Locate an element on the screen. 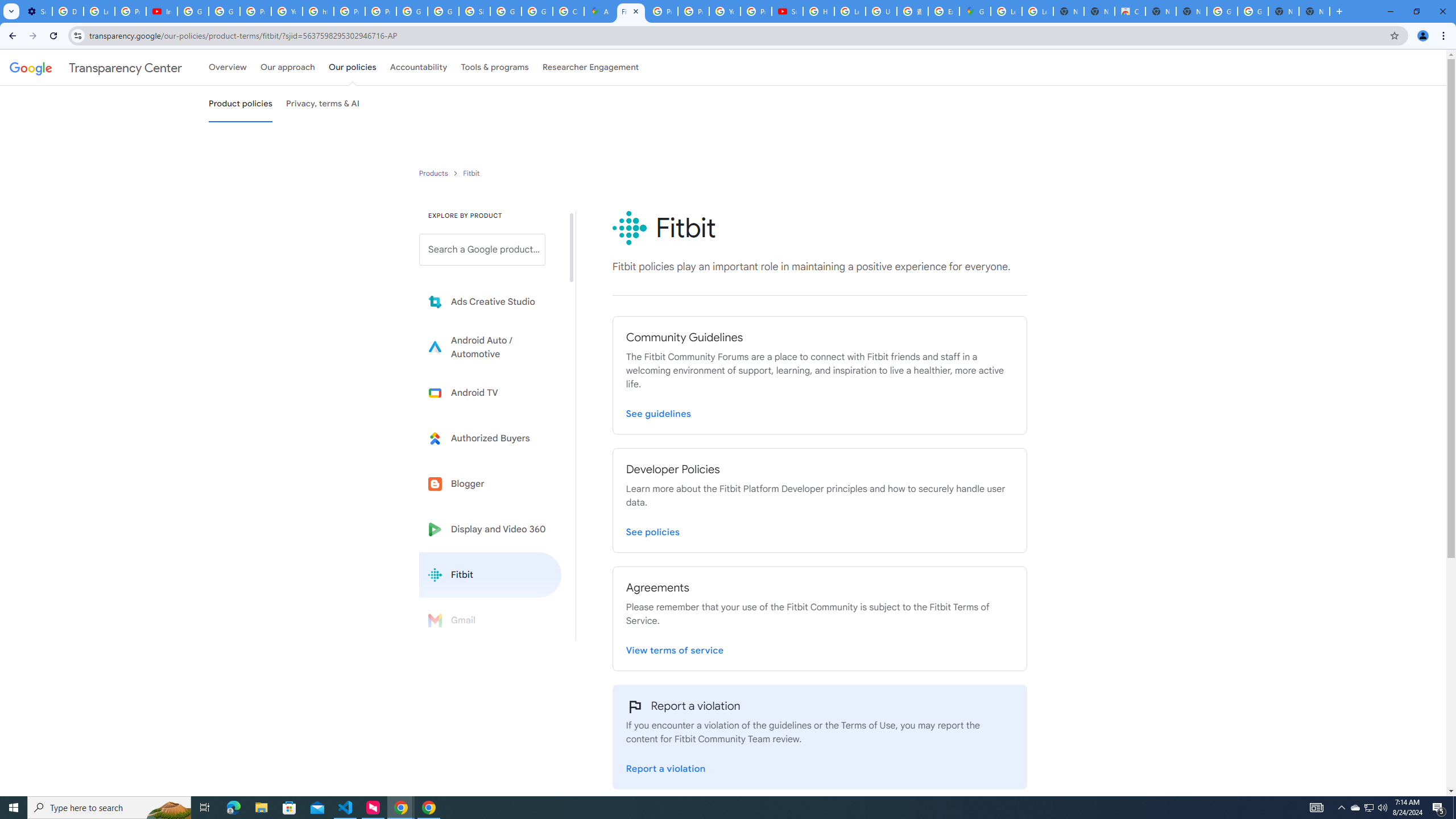 The image size is (1456, 819). 'Read Fitbit Terms of Service page' is located at coordinates (675, 647).